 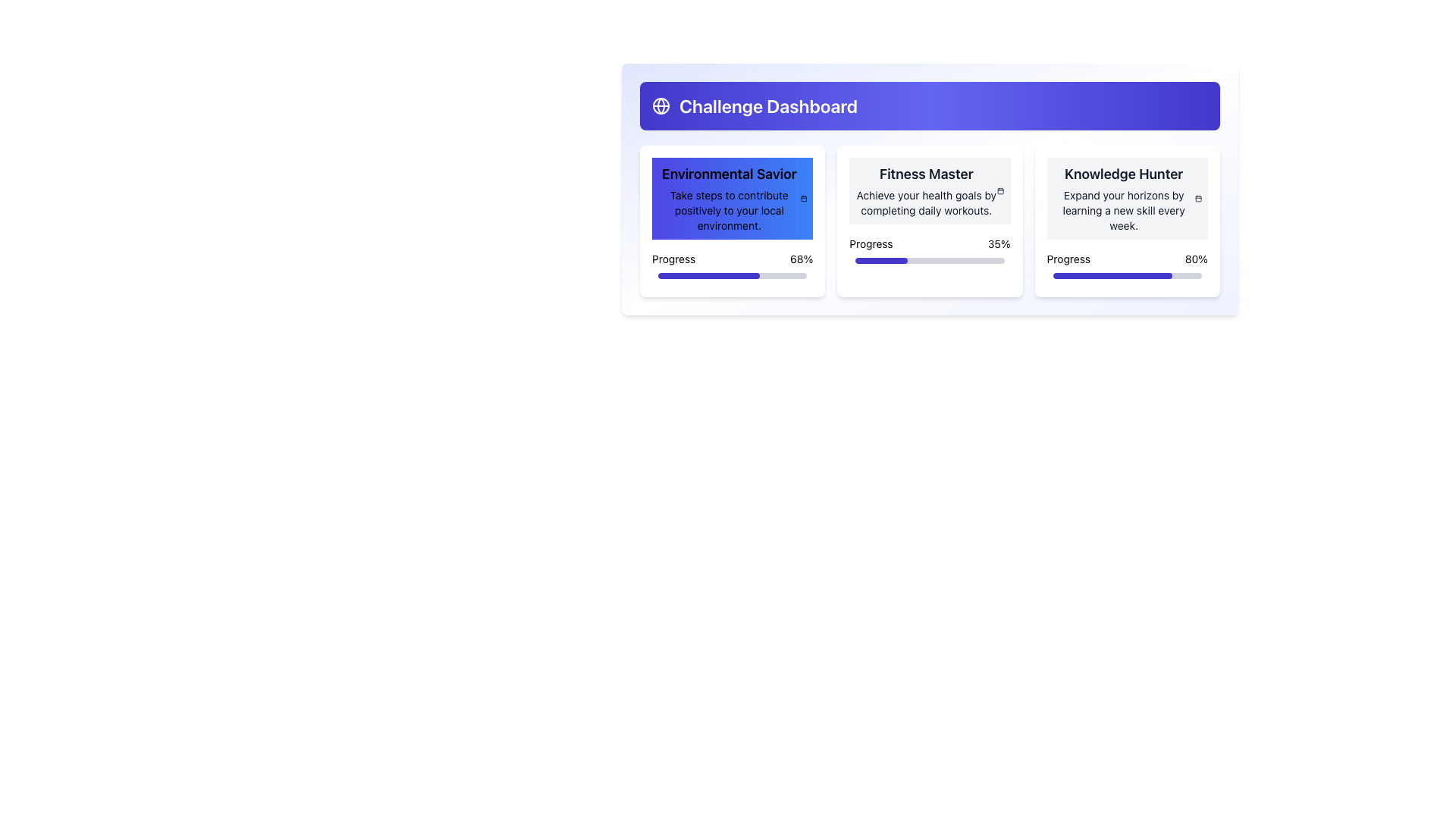 I want to click on the progress bar filled 68% with indigo color, located within the 'Environmental Savior' card in the 'Challenge Dashboard' interface, situated below the text 'Progress', so click(x=708, y=275).